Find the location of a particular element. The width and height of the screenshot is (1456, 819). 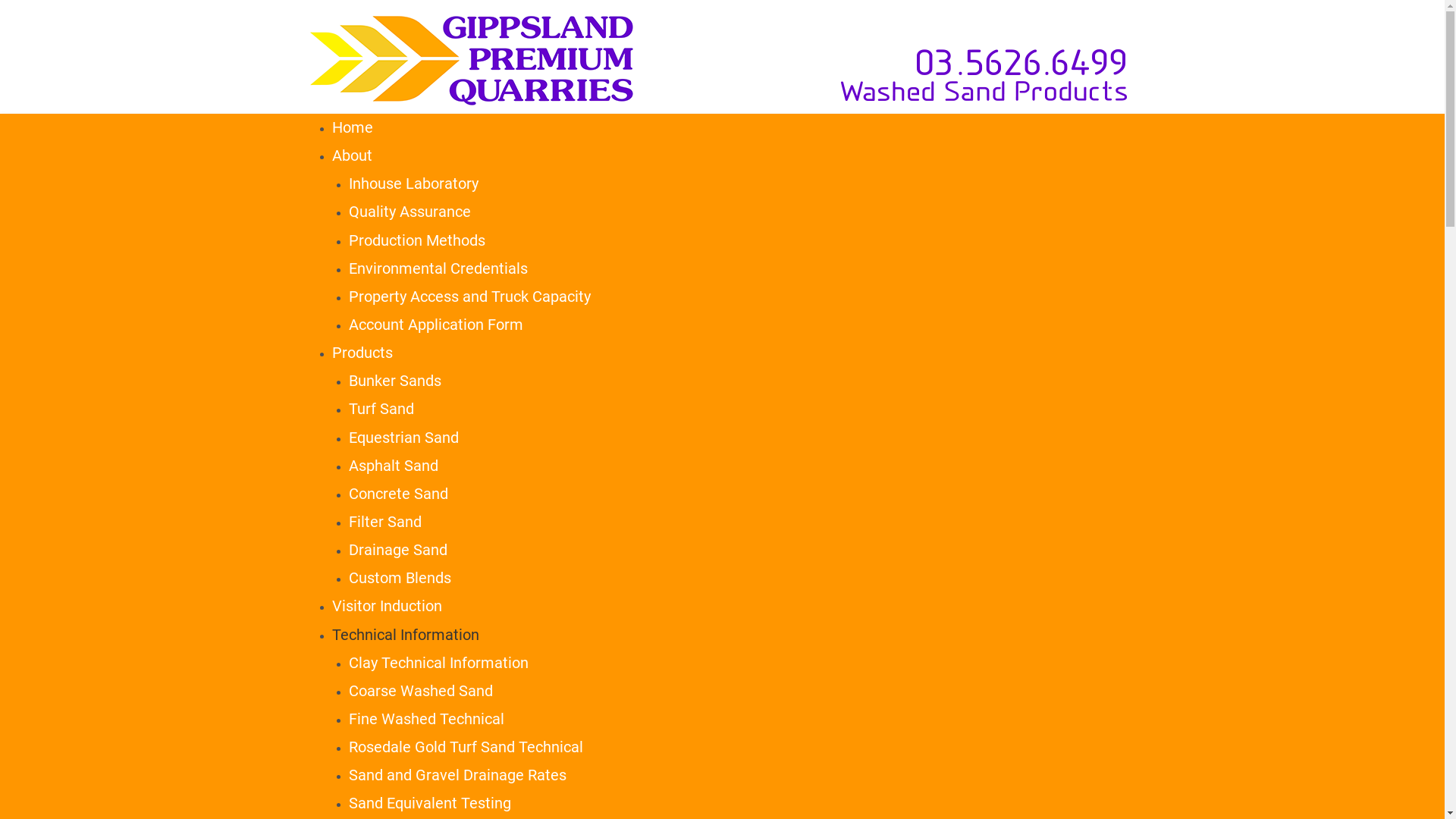

'Bunker Sands' is located at coordinates (395, 379).